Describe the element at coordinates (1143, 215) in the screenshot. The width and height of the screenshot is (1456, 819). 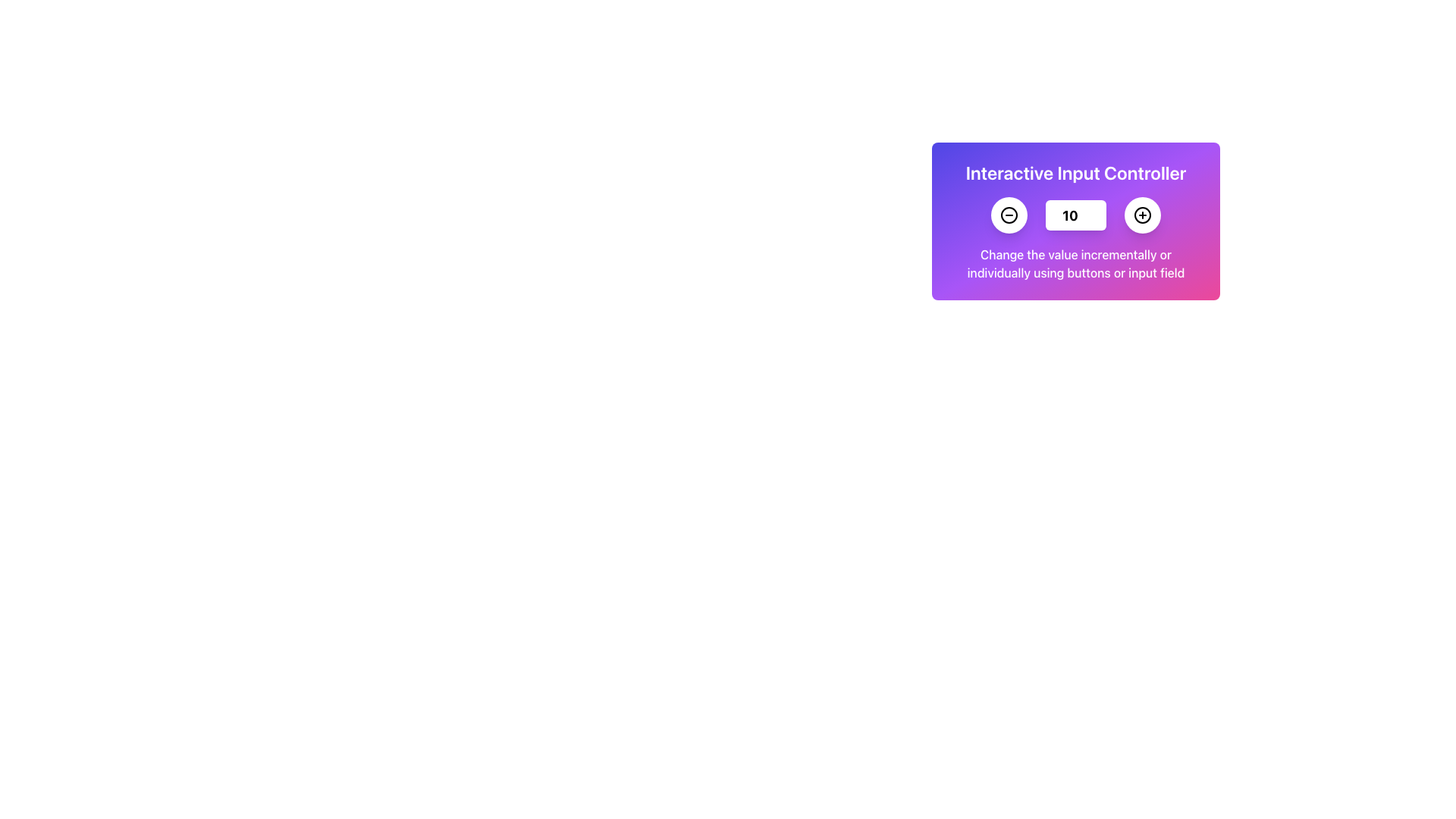
I see `the circular button with a white background and a black plus sign, which is located to the right of a number input field and a minus button, under the title 'Interactive Input Controller'` at that location.